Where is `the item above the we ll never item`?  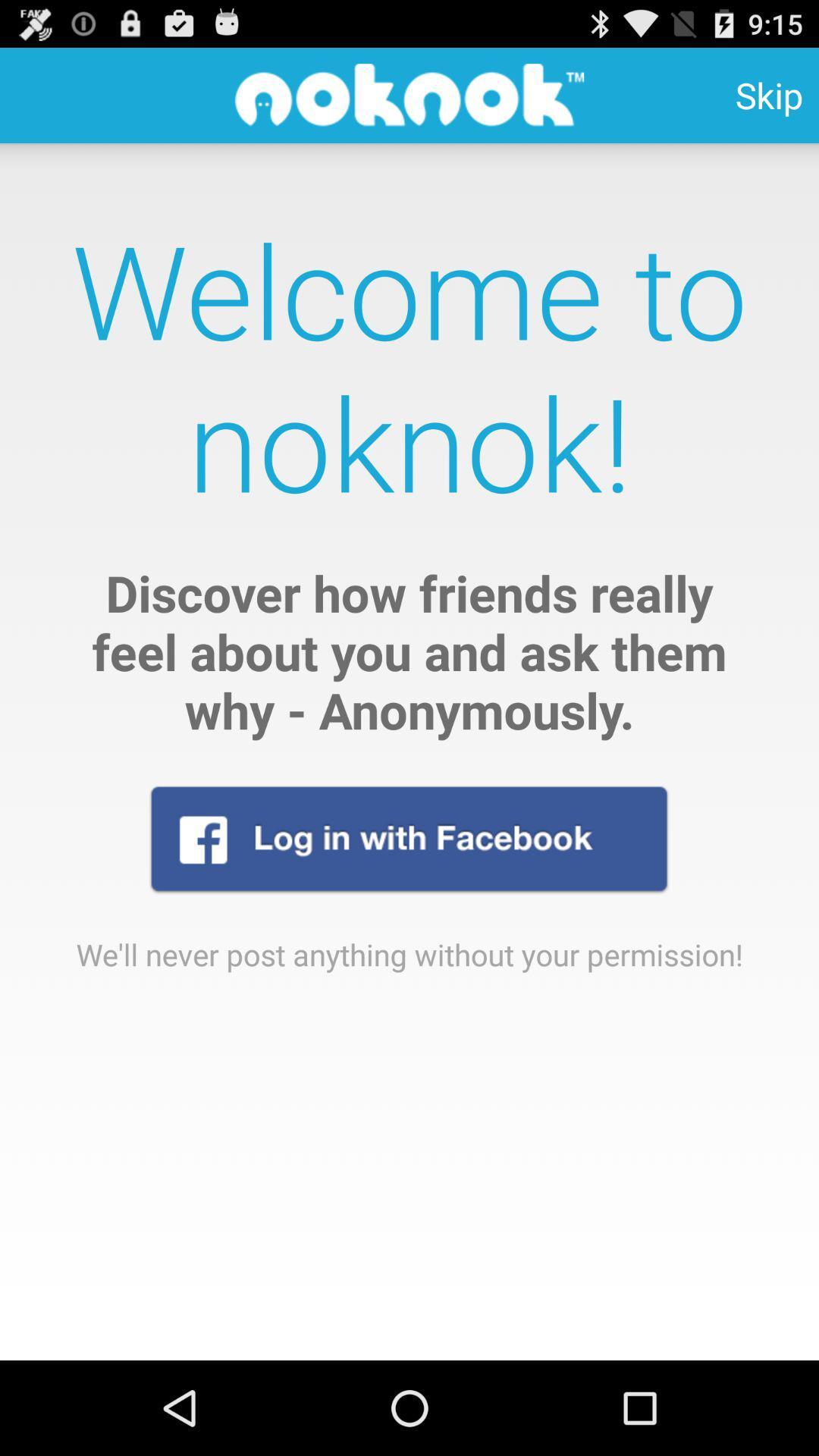 the item above the we ll never item is located at coordinates (408, 838).